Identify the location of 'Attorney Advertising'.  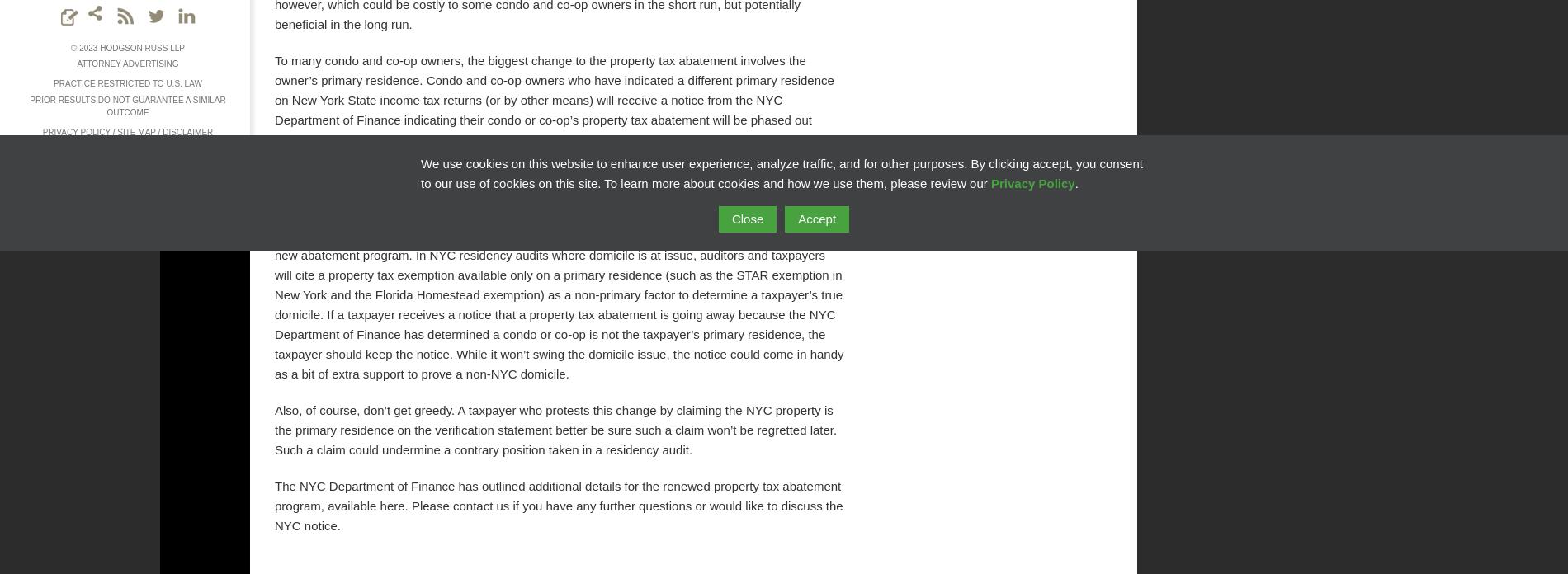
(127, 64).